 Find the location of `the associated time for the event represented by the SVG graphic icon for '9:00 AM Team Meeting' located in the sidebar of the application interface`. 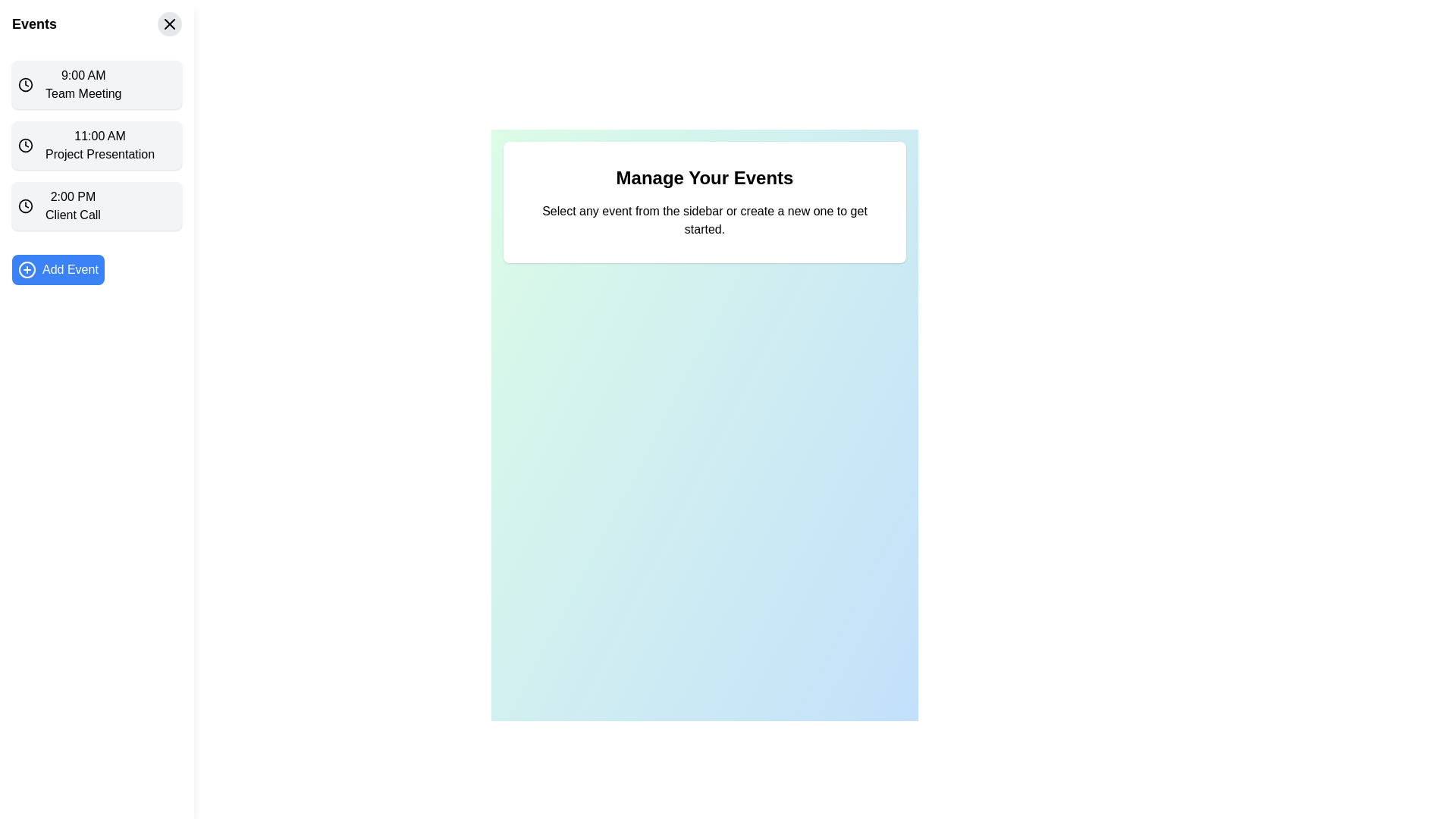

the associated time for the event represented by the SVG graphic icon for '9:00 AM Team Meeting' located in the sidebar of the application interface is located at coordinates (25, 84).